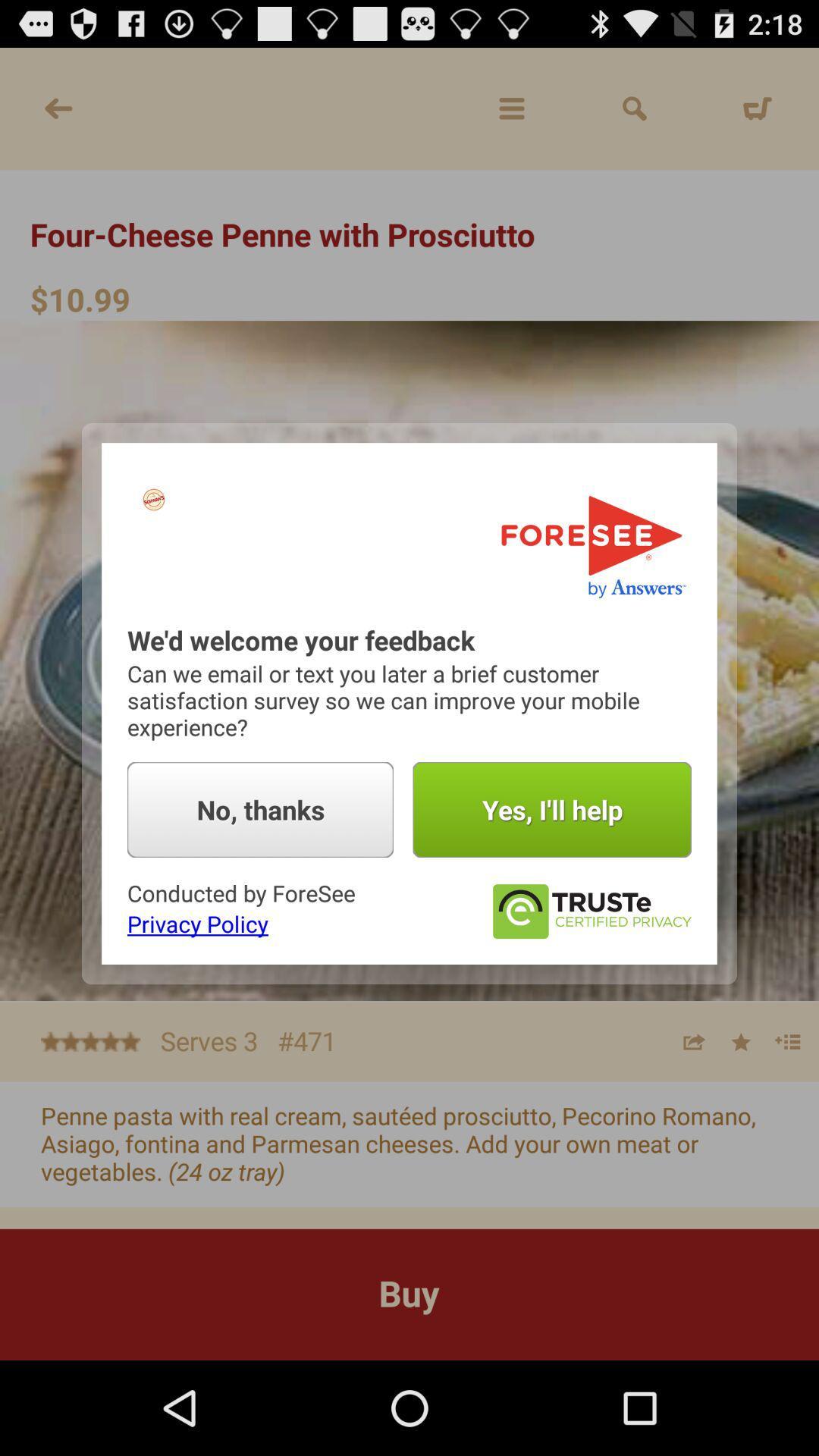 Image resolution: width=819 pixels, height=1456 pixels. I want to click on the yes i ll button, so click(552, 809).